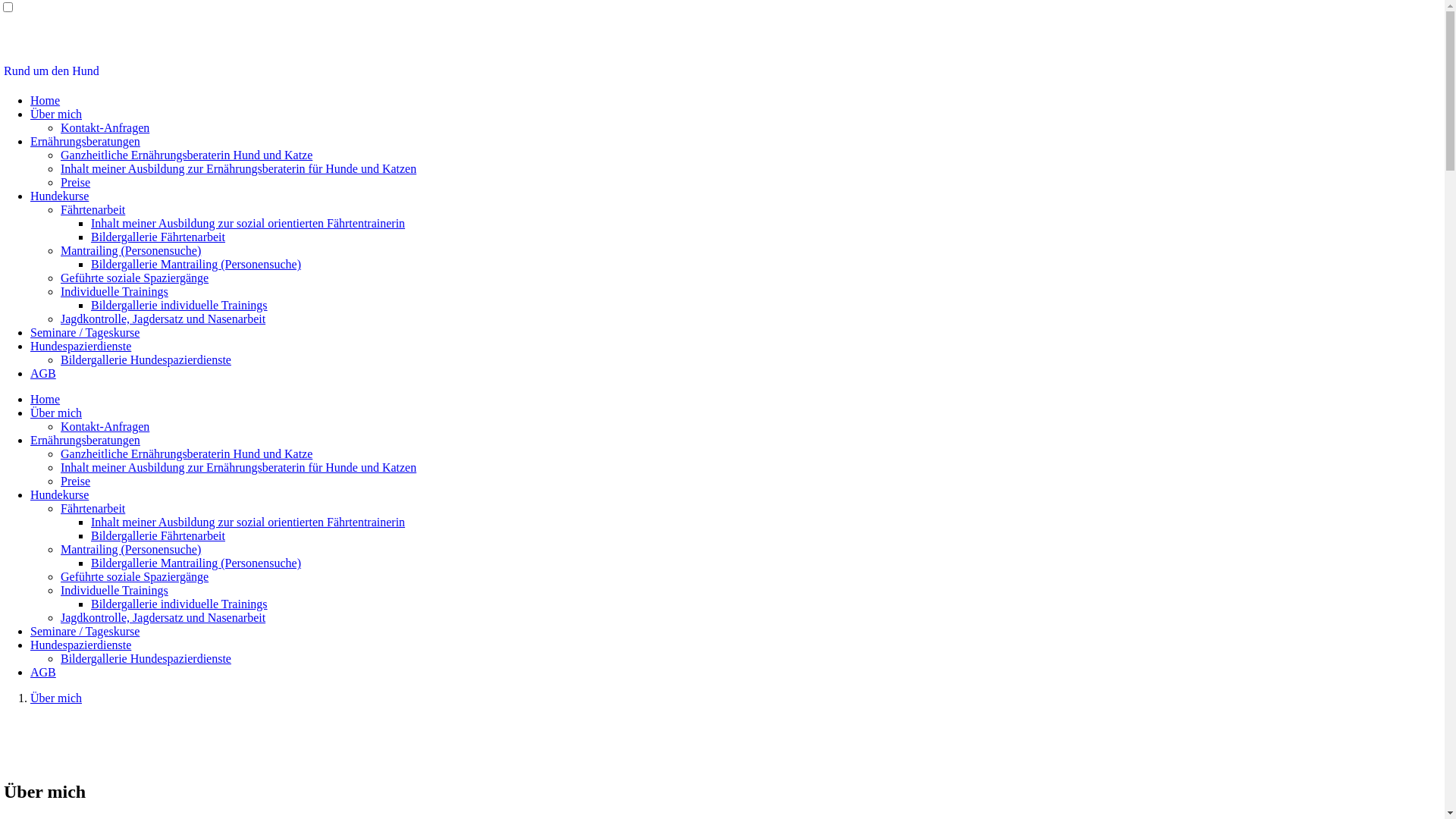 This screenshot has height=819, width=1456. Describe the element at coordinates (83, 631) in the screenshot. I see `'Seminare / Tageskurse'` at that location.